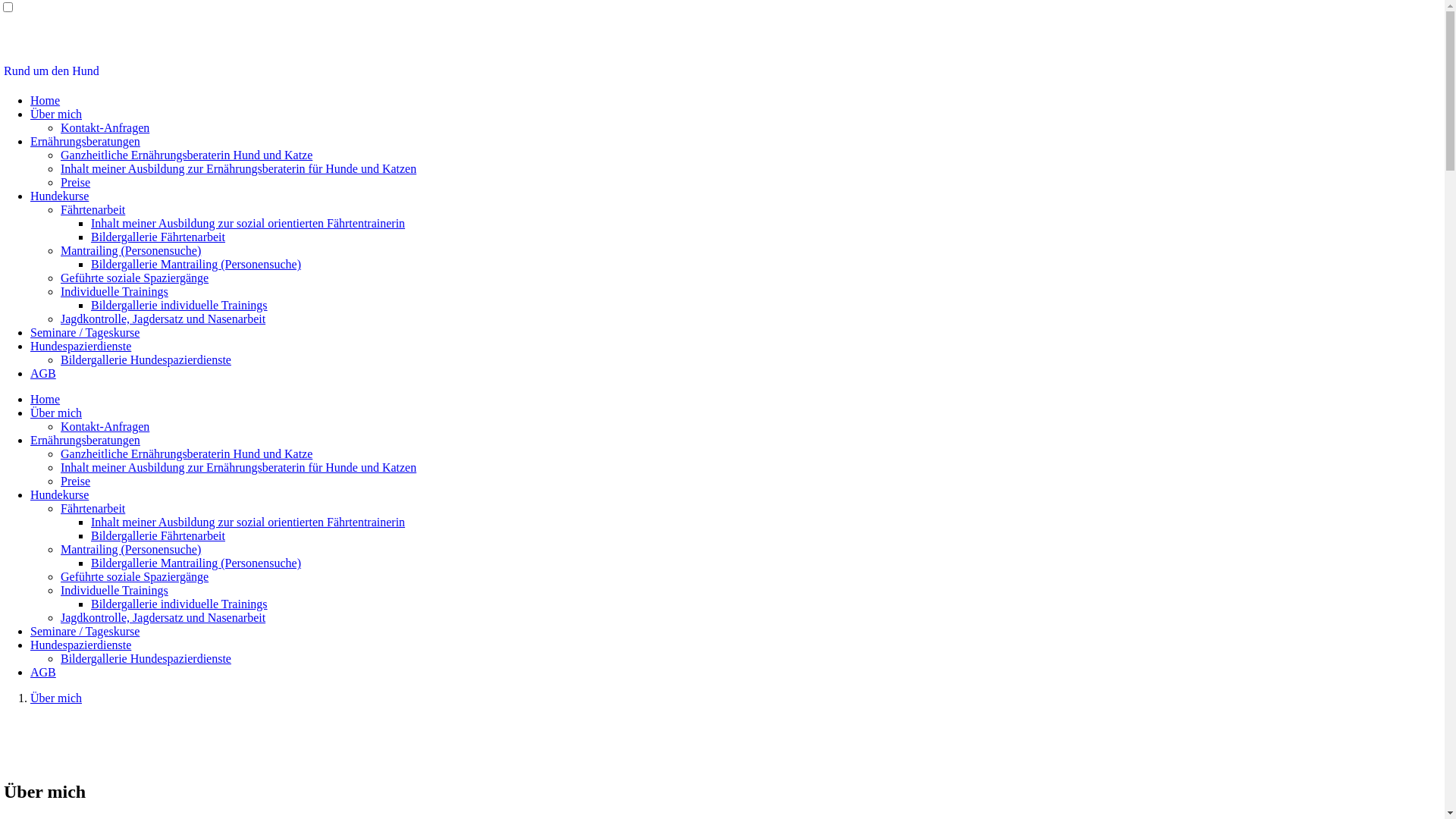 This screenshot has height=819, width=1456. Describe the element at coordinates (83, 631) in the screenshot. I see `'Seminare / Tageskurse'` at that location.